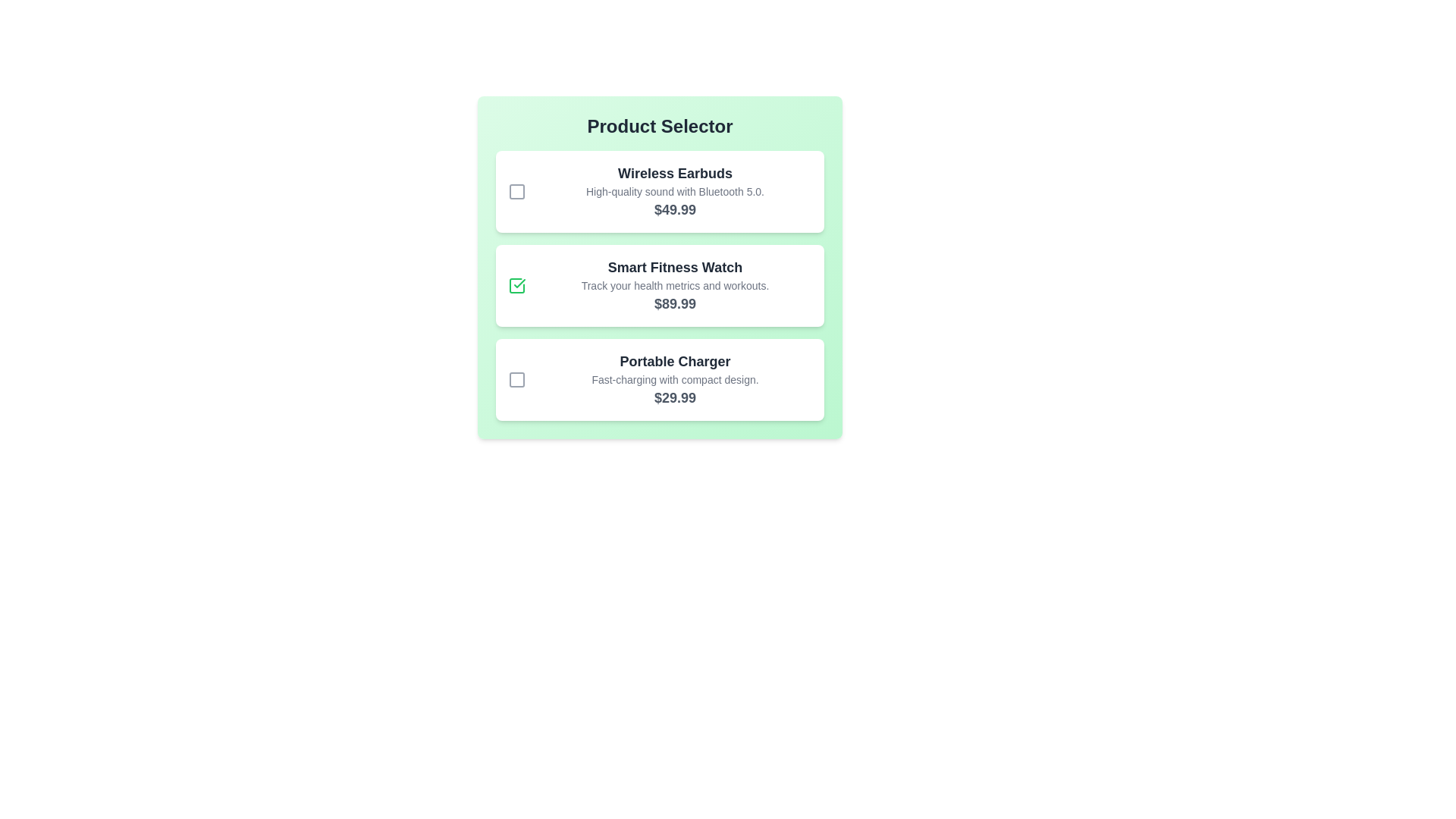 This screenshot has height=819, width=1456. I want to click on the product Smart Fitness Watch by clicking its checkbox, so click(516, 286).